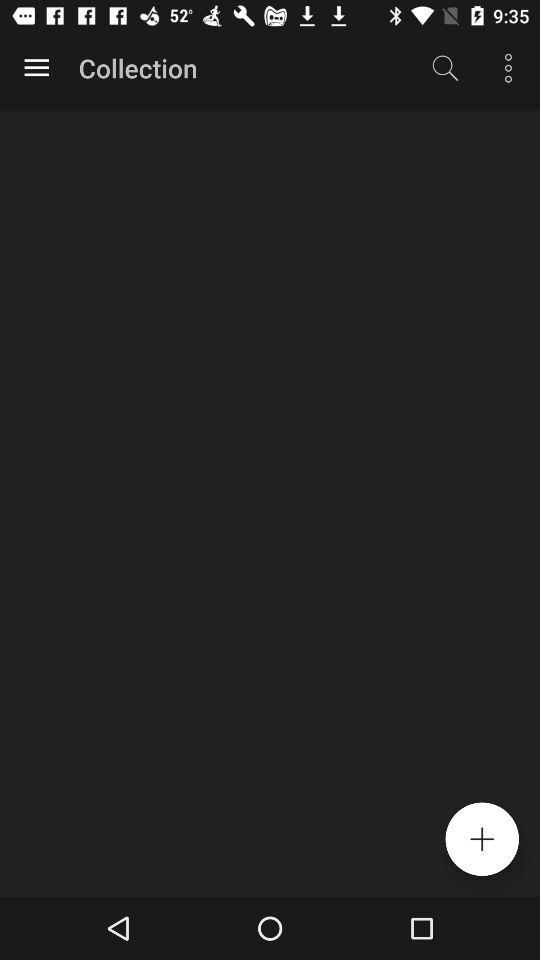 The height and width of the screenshot is (960, 540). I want to click on the item to the left of collection icon, so click(36, 68).